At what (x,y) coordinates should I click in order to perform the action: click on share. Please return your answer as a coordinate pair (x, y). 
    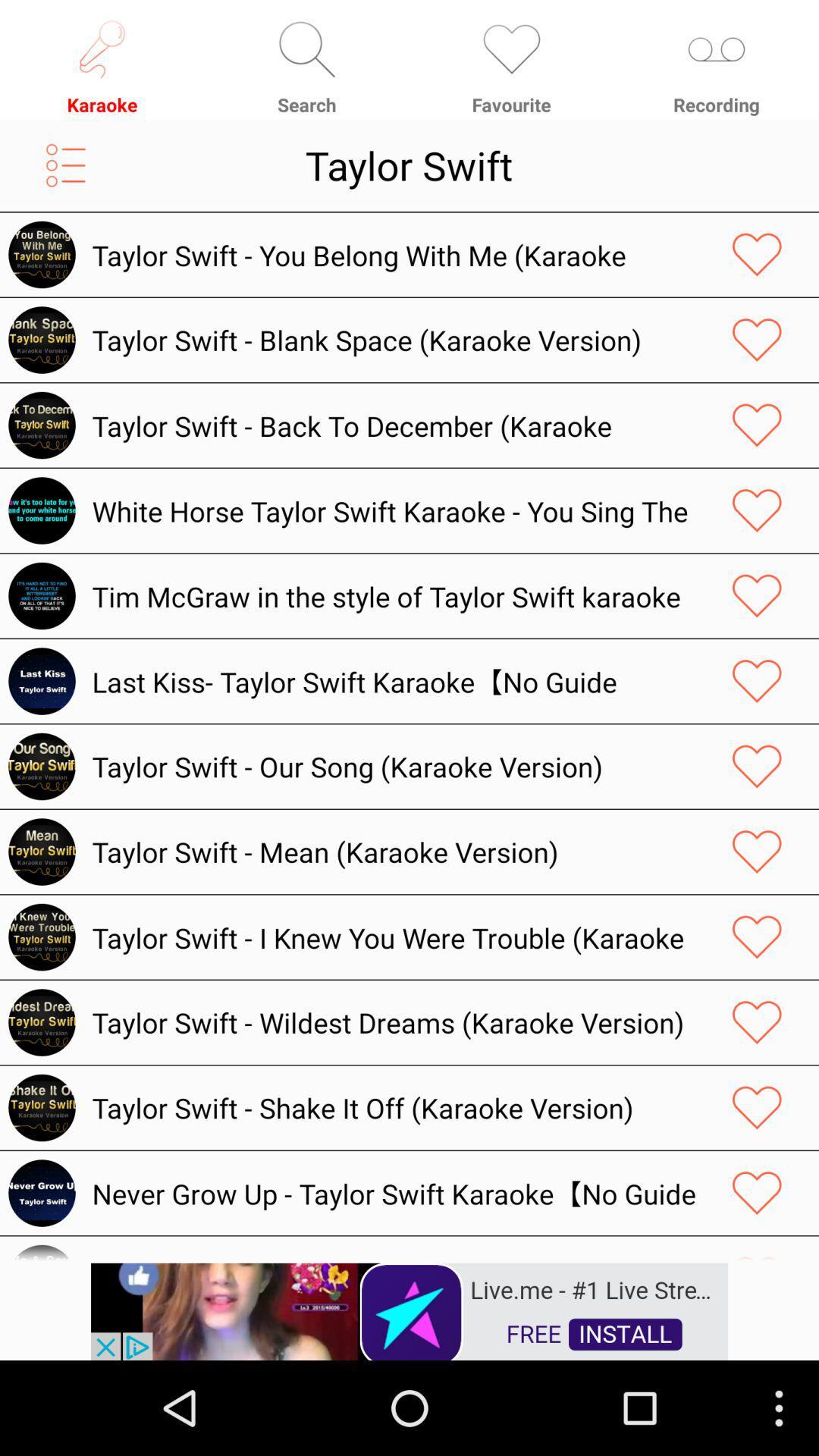
    Looking at the image, I should click on (757, 767).